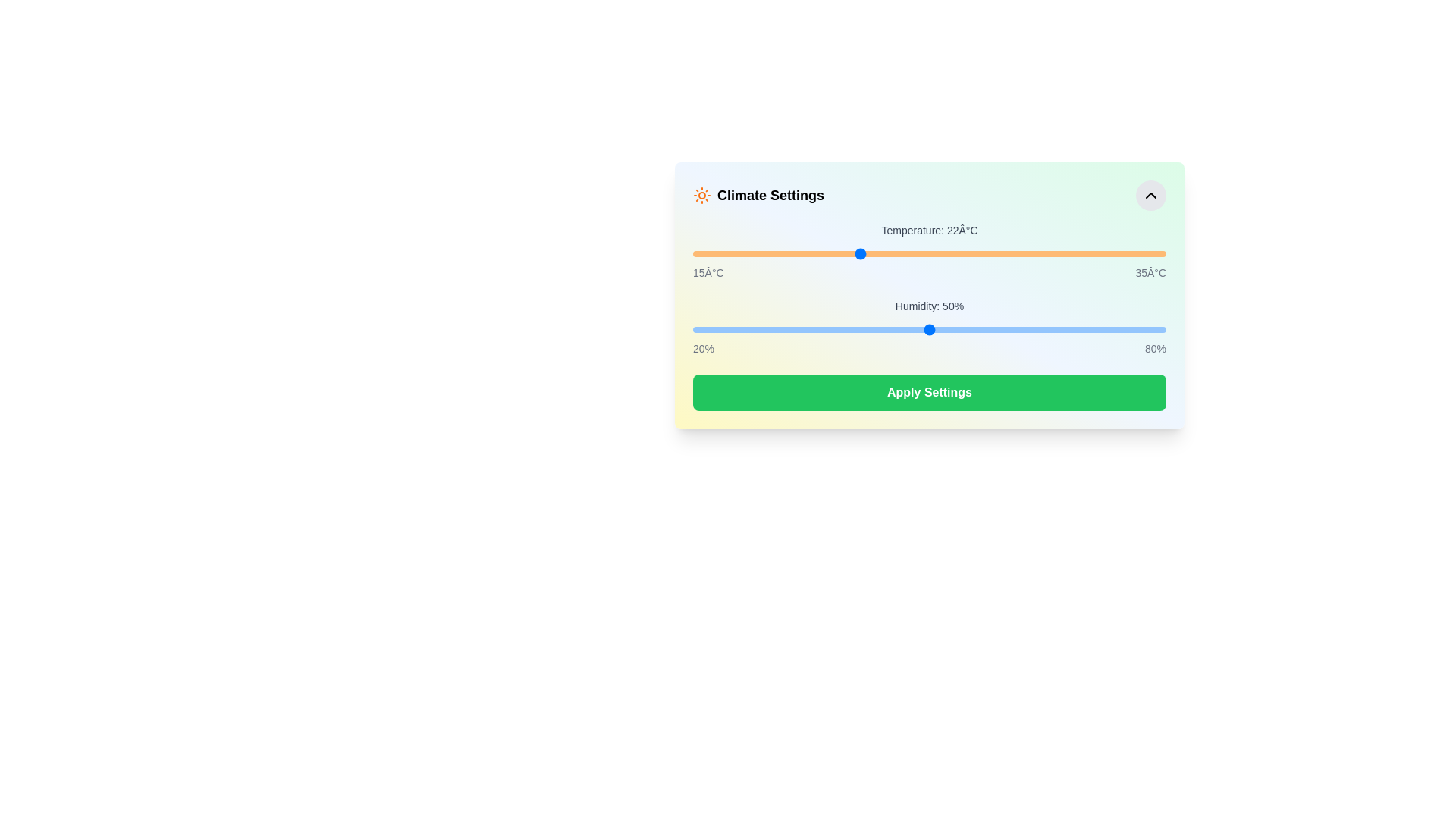 Image resolution: width=1456 pixels, height=819 pixels. Describe the element at coordinates (1078, 329) in the screenshot. I see `humidity` at that location.